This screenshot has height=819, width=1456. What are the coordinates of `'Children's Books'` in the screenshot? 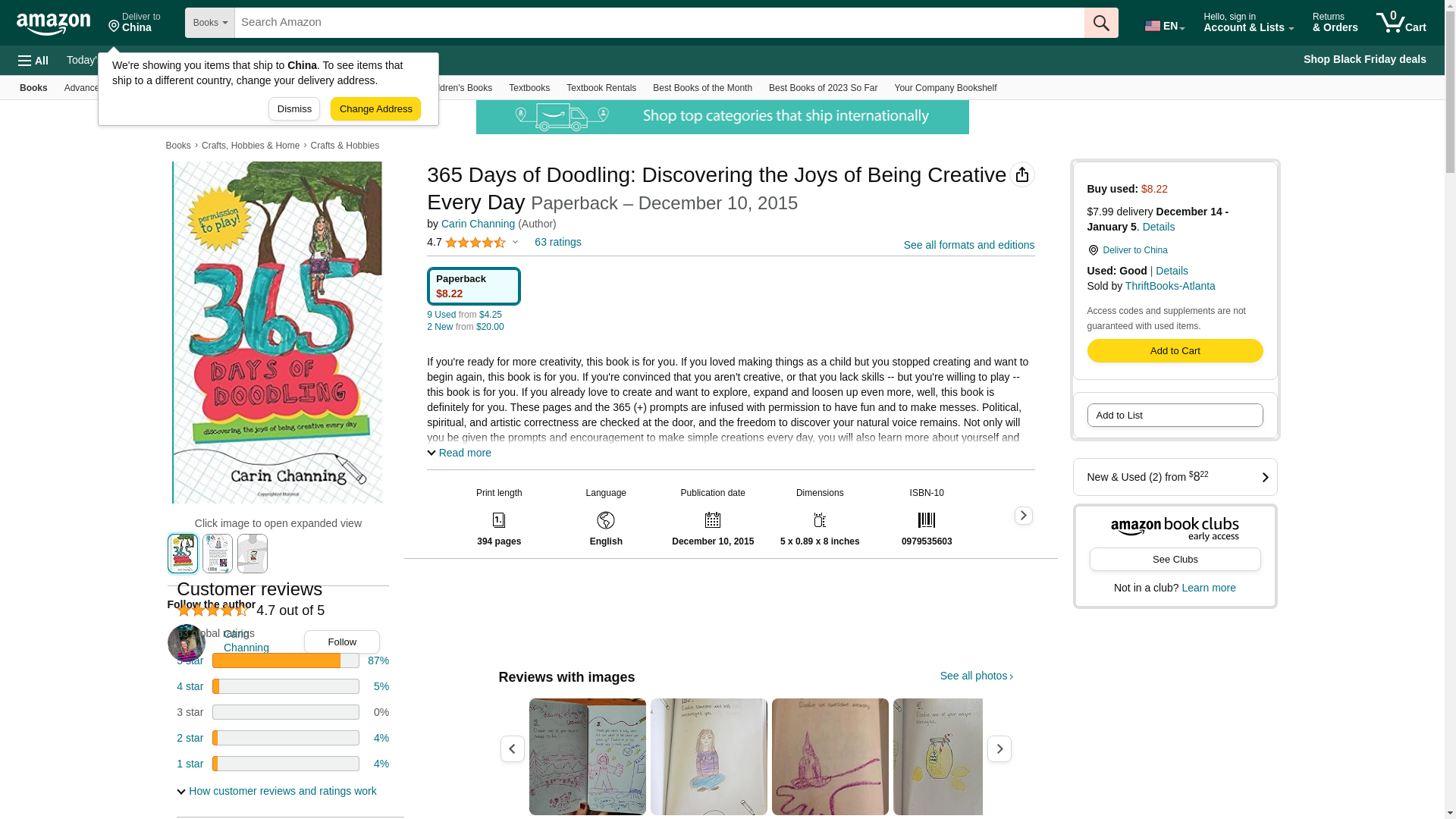 It's located at (457, 87).